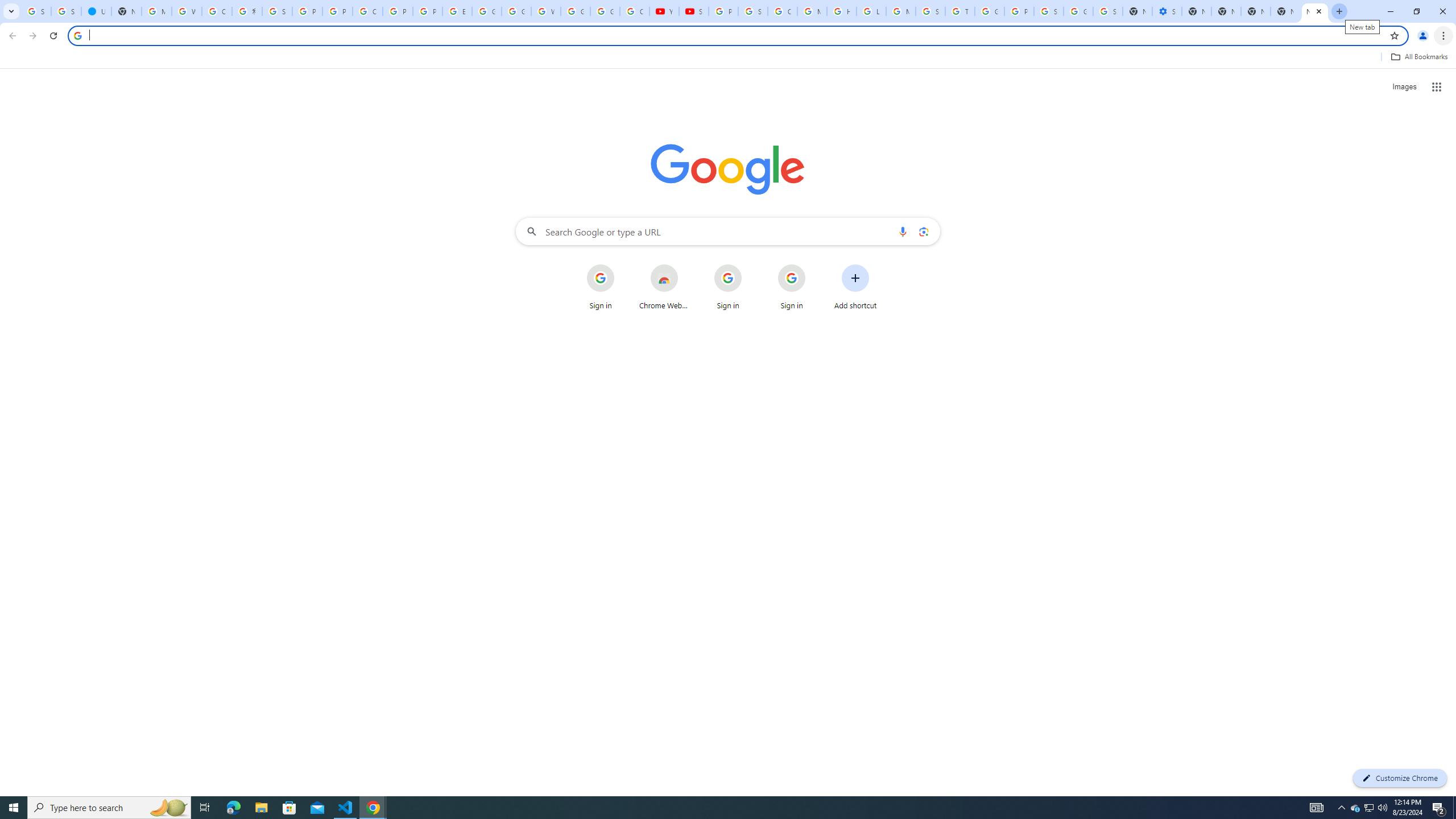 The height and width of the screenshot is (819, 1456). Describe the element at coordinates (1284, 11) in the screenshot. I see `'New Tab'` at that location.